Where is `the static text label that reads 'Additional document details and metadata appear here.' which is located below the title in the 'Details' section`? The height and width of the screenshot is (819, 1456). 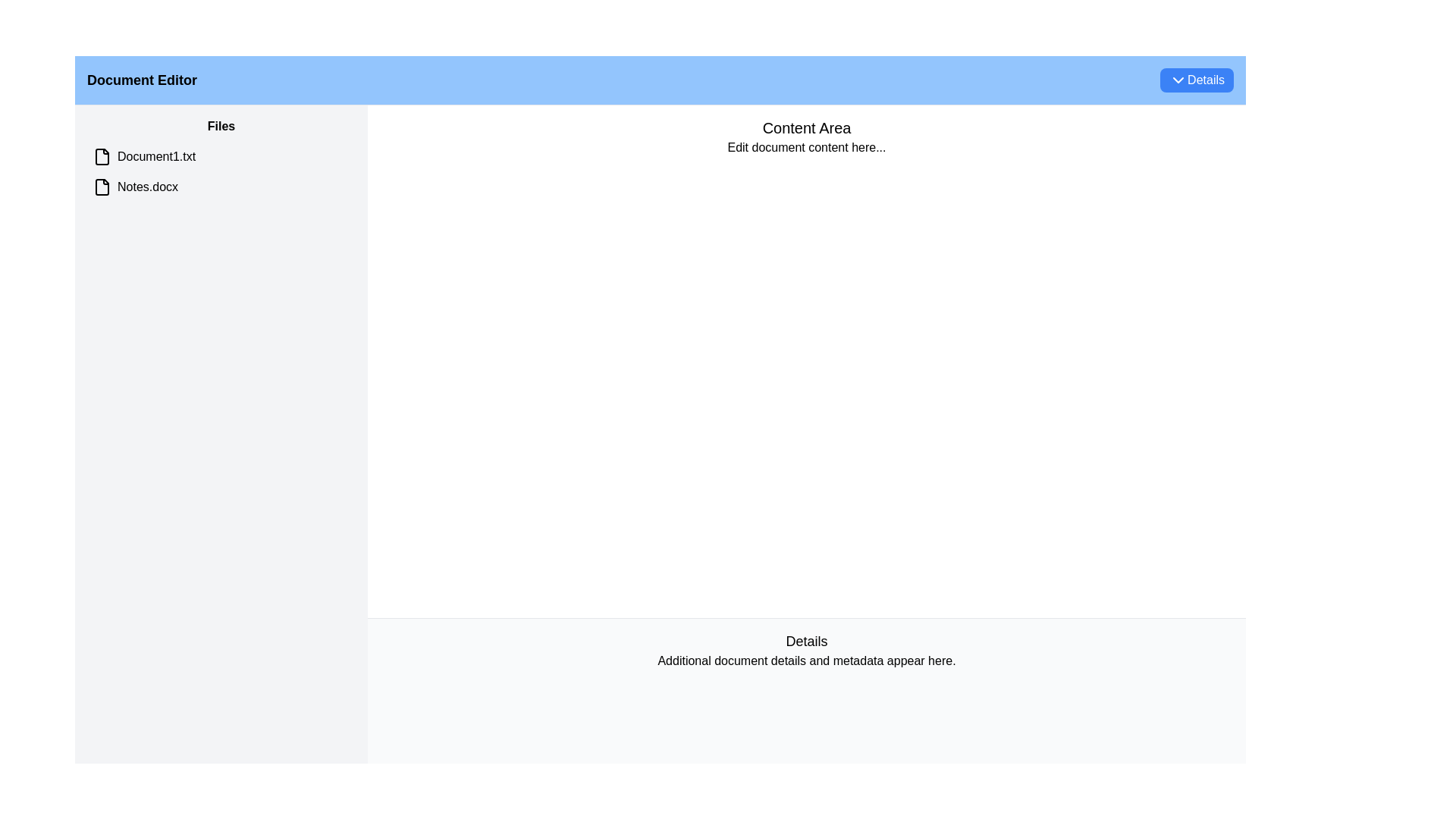 the static text label that reads 'Additional document details and metadata appear here.' which is located below the title in the 'Details' section is located at coordinates (806, 660).